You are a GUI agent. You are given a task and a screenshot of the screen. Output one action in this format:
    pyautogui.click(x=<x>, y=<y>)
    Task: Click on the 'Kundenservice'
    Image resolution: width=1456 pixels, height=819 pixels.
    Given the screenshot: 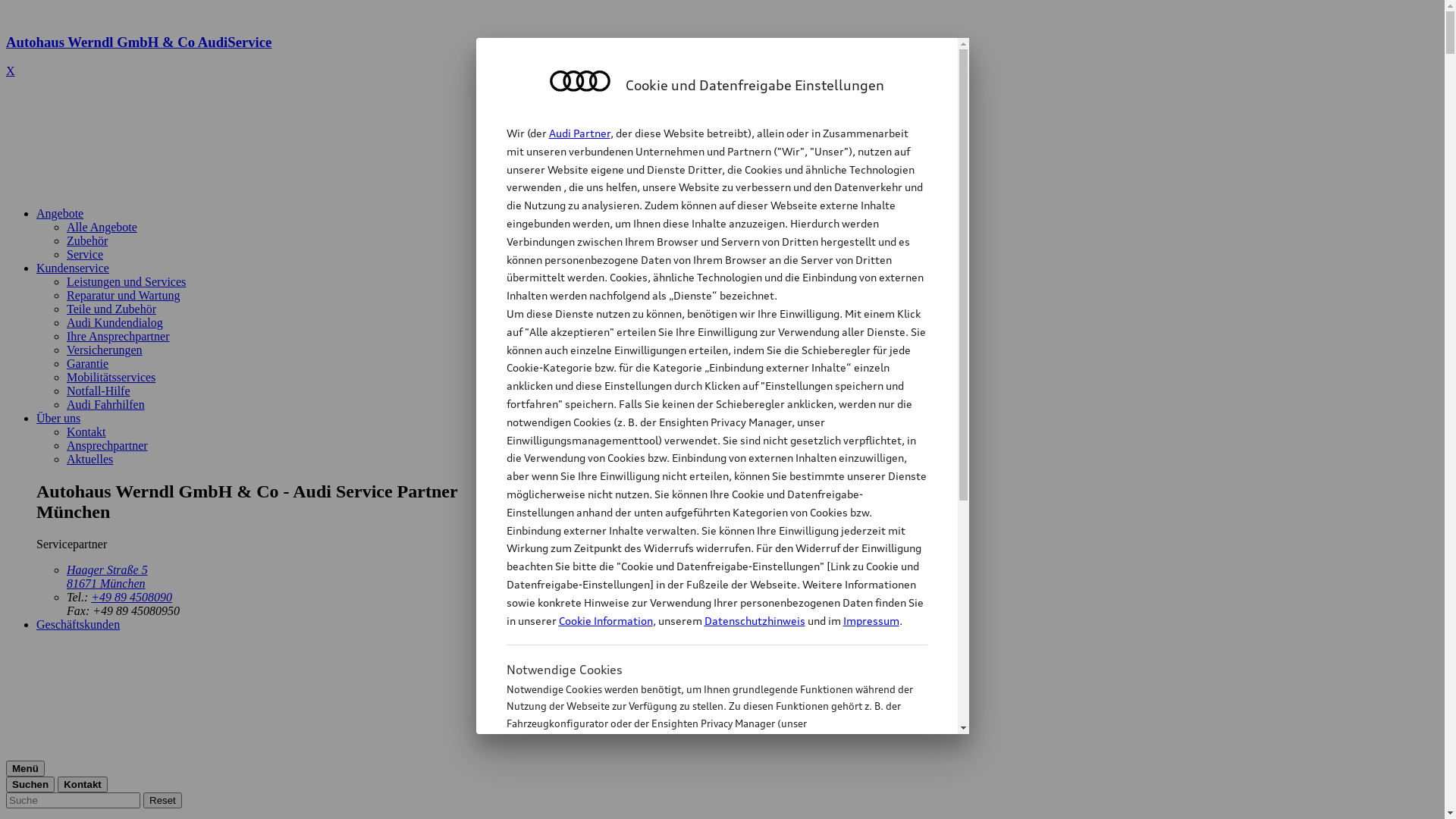 What is the action you would take?
    pyautogui.click(x=72, y=267)
    